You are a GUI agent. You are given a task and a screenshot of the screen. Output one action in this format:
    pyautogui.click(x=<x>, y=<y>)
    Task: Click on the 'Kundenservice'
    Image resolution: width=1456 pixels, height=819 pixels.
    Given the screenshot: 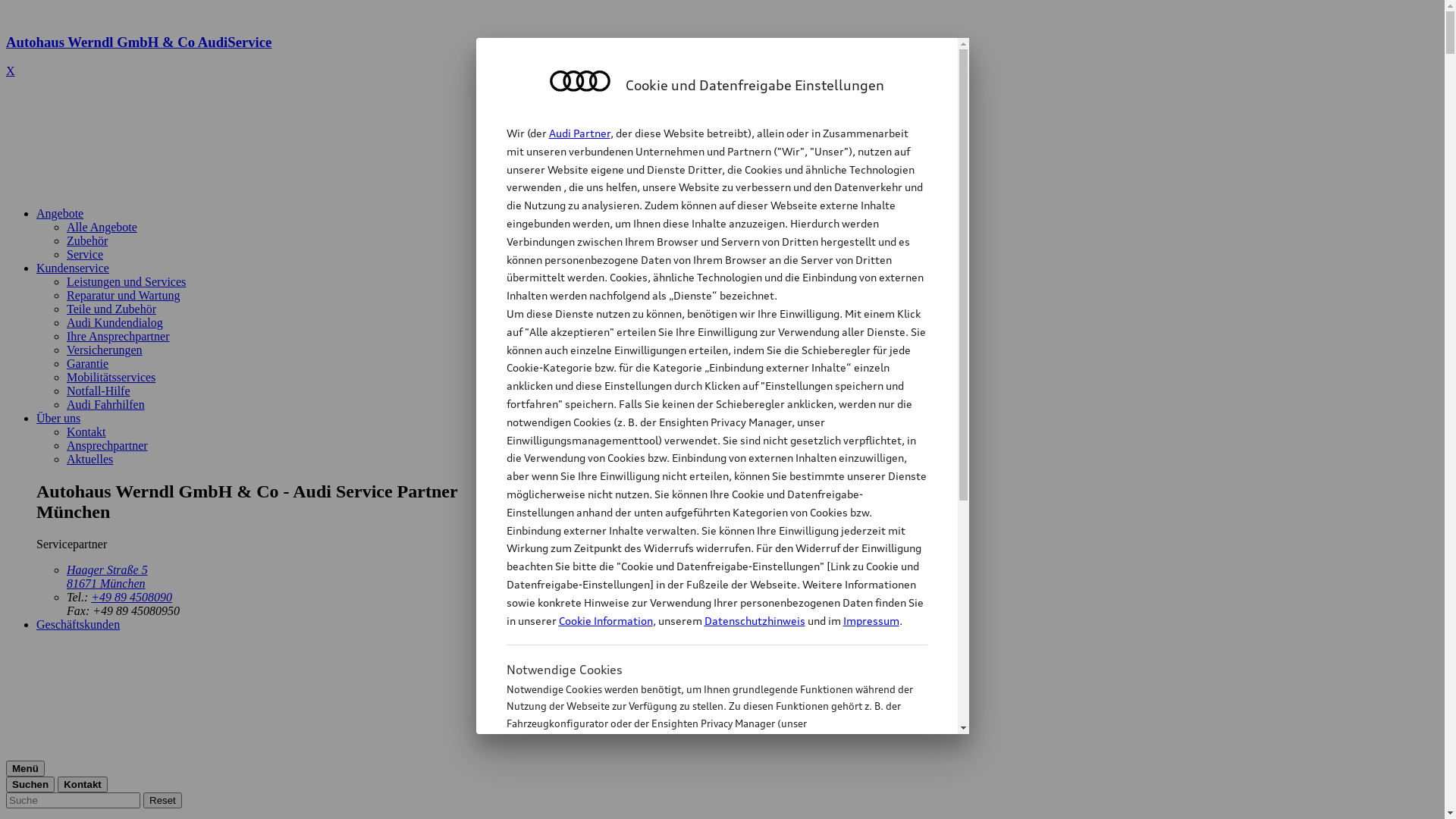 What is the action you would take?
    pyautogui.click(x=72, y=267)
    